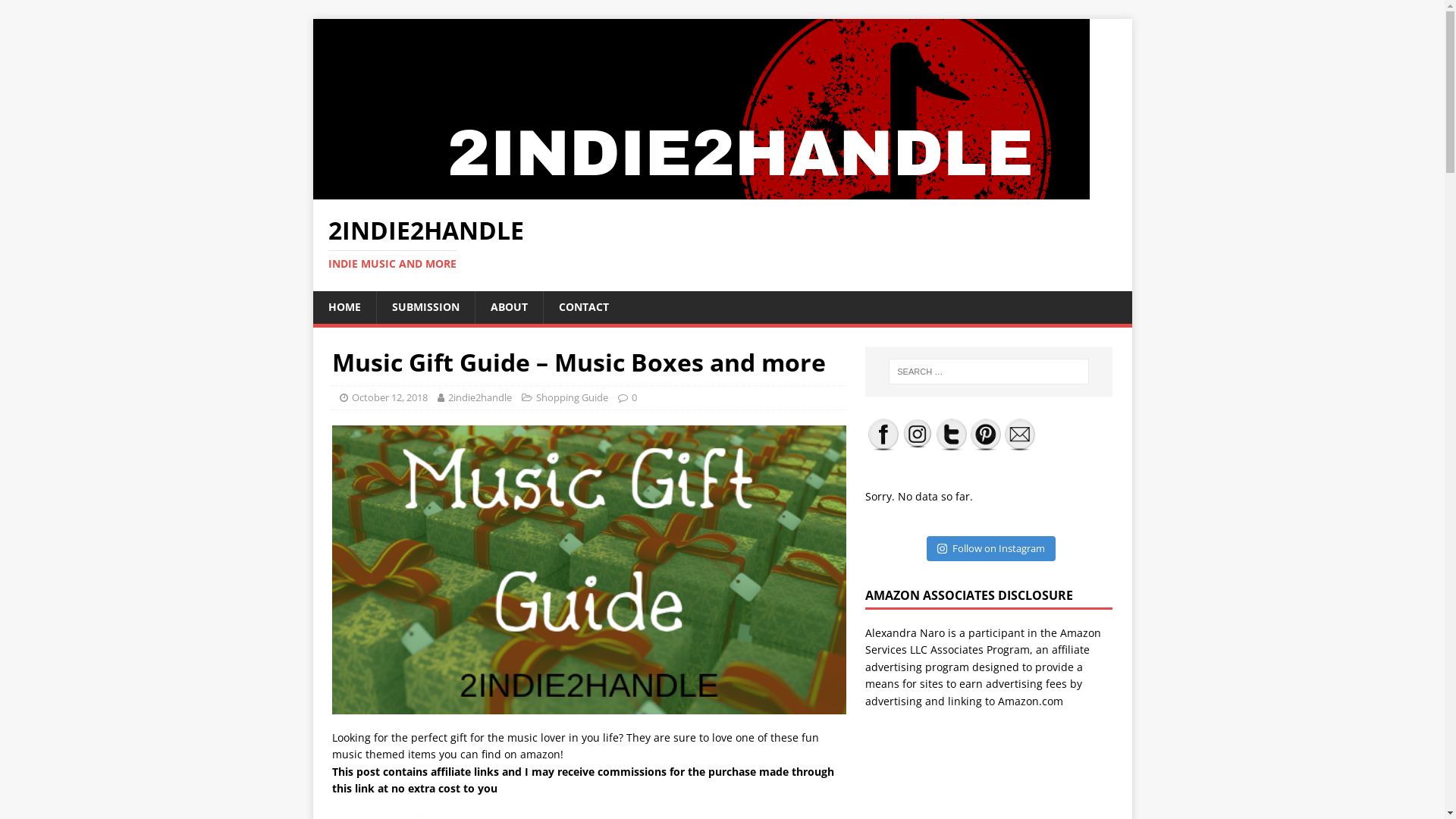  Describe the element at coordinates (1019, 434) in the screenshot. I see `'Follow by Email'` at that location.